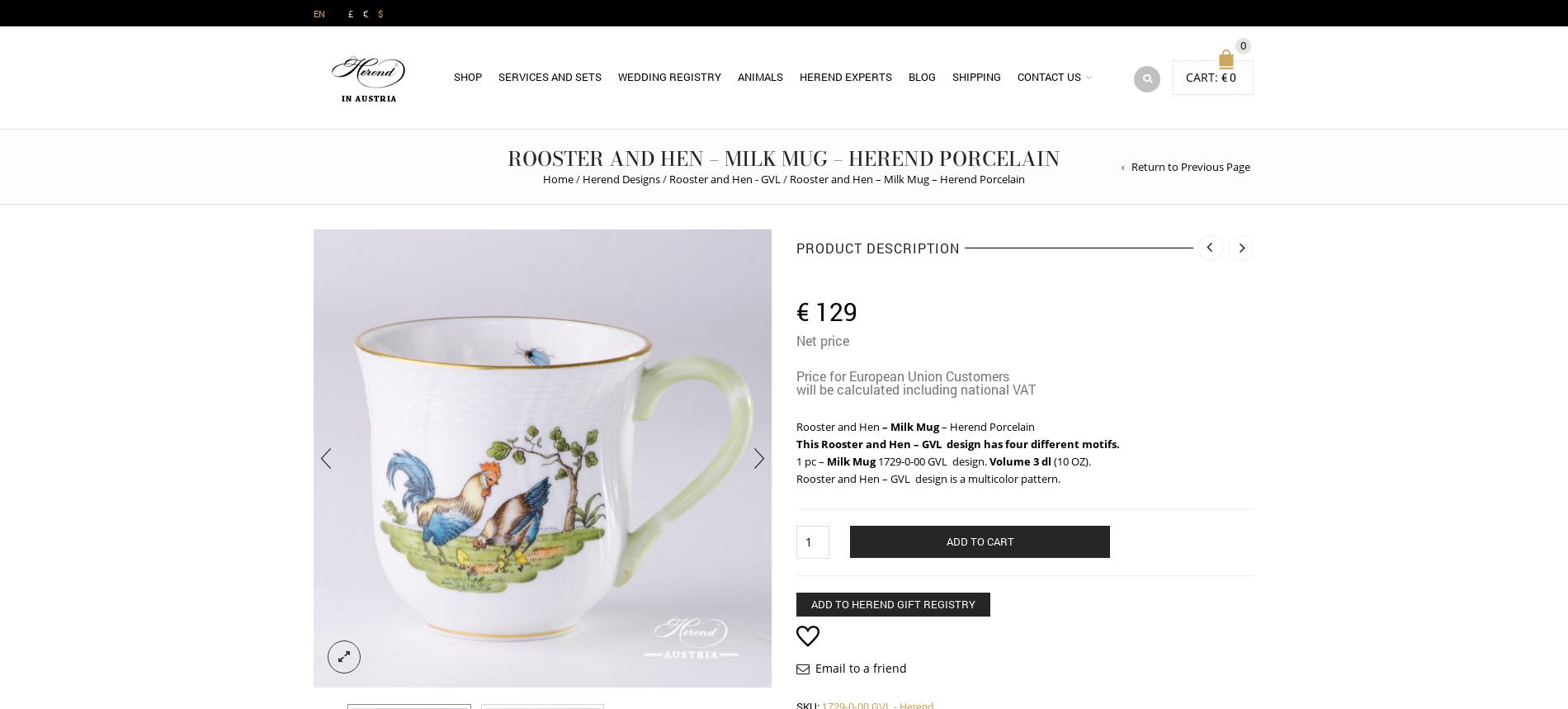  Describe the element at coordinates (809, 442) in the screenshot. I see `'This'` at that location.